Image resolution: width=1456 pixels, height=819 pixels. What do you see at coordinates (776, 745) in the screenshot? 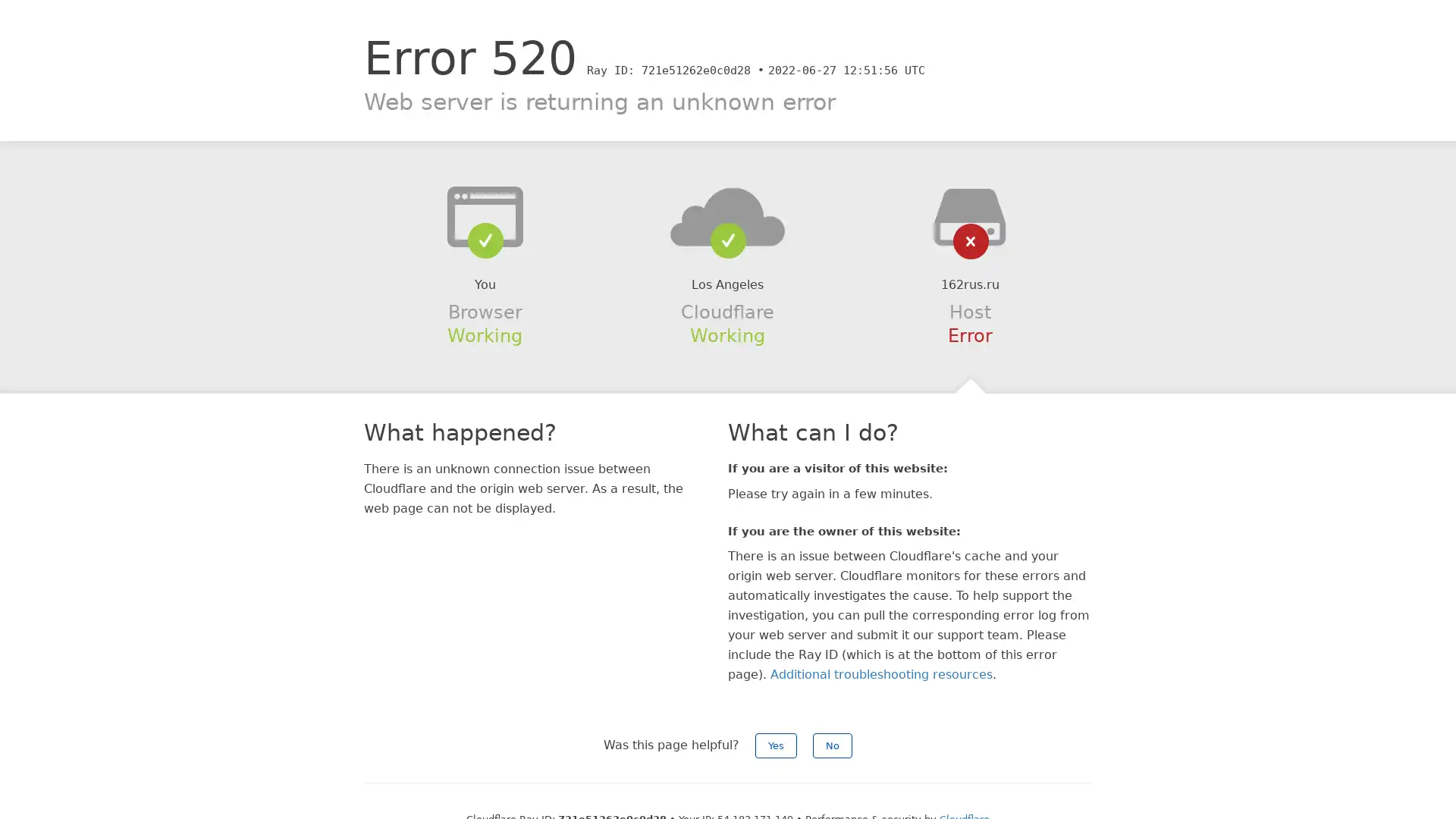
I see `Yes` at bounding box center [776, 745].